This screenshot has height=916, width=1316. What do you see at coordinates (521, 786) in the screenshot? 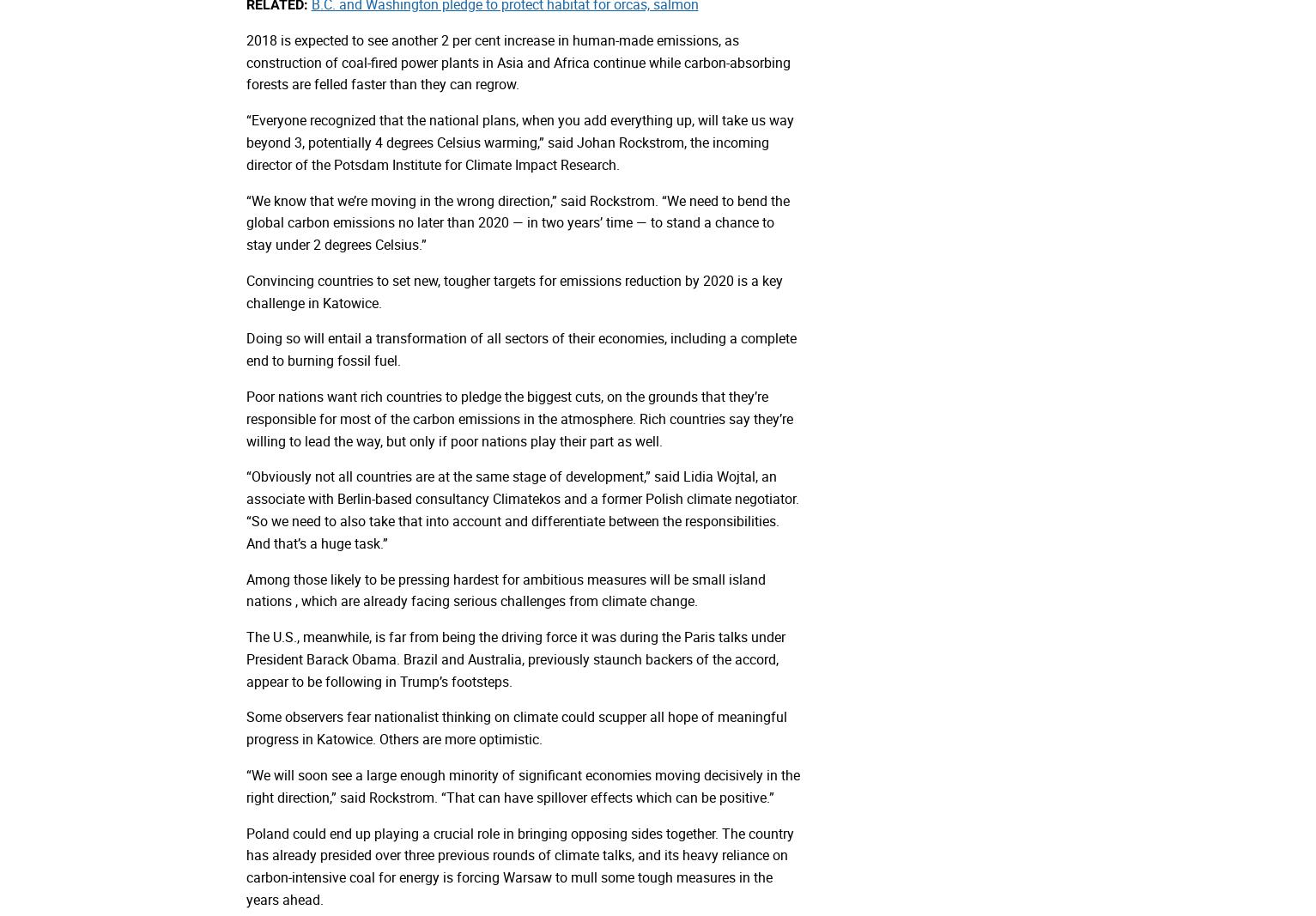
I see `'“We will soon see a large enough minority of significant economies moving decisively in the right direction,” said Rockstrom. “That can have spillover effects which can be positive.”'` at bounding box center [521, 786].